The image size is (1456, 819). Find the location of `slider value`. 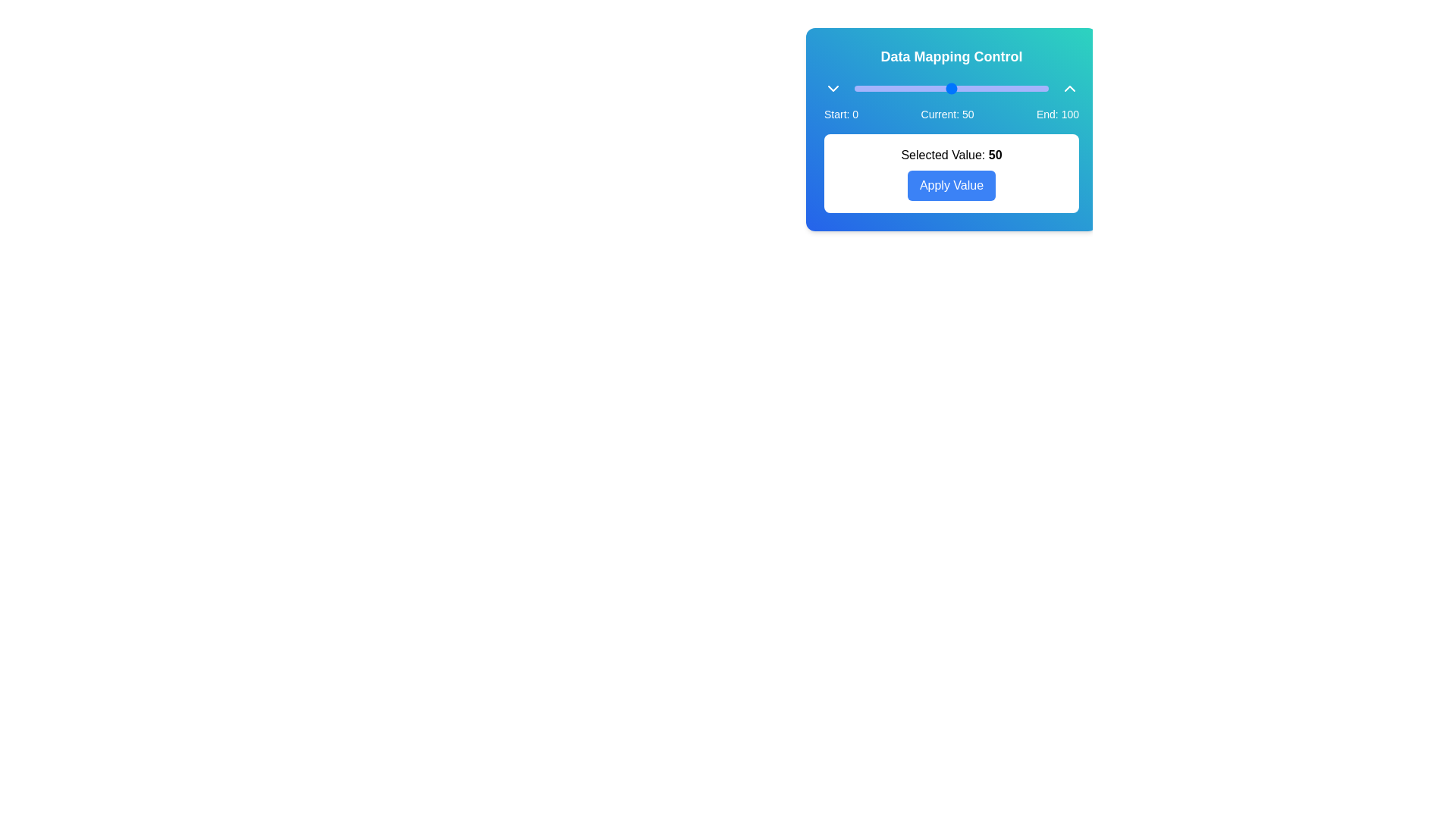

slider value is located at coordinates (910, 85).